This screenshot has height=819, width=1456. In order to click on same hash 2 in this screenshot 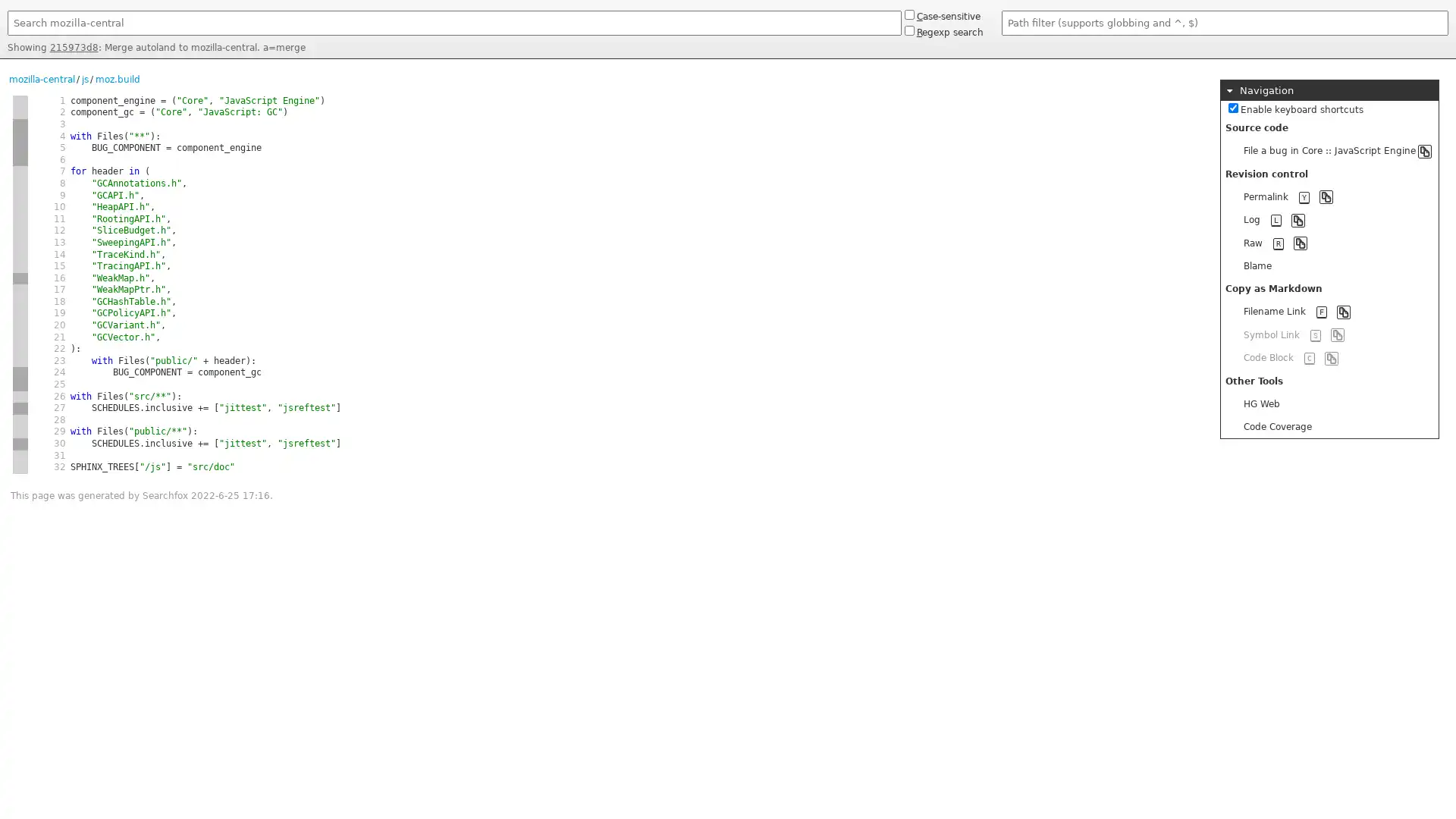, I will do `click(20, 148)`.